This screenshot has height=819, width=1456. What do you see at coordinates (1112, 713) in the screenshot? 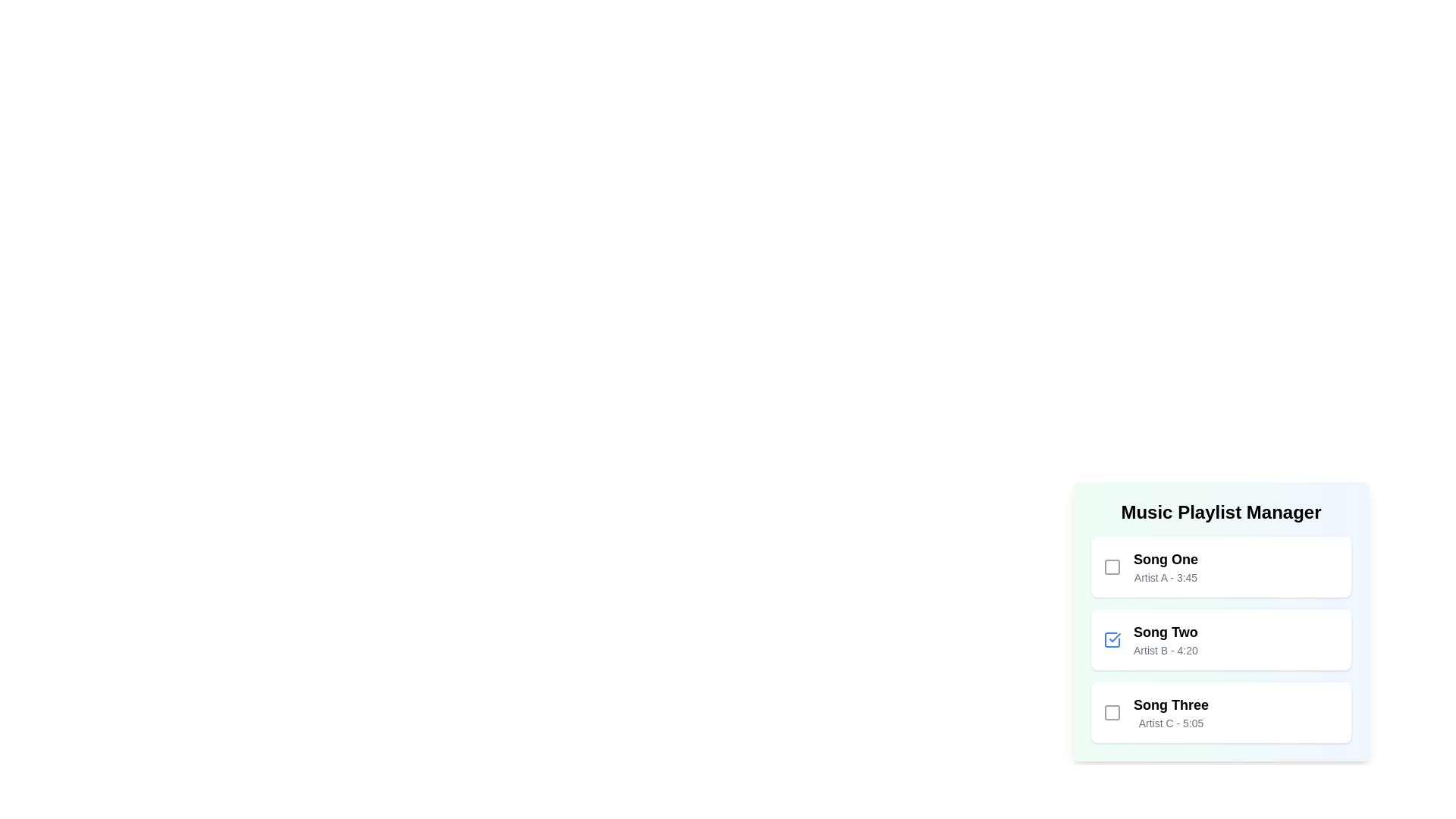
I see `the toggle checkbox for 'Song Three'` at bounding box center [1112, 713].